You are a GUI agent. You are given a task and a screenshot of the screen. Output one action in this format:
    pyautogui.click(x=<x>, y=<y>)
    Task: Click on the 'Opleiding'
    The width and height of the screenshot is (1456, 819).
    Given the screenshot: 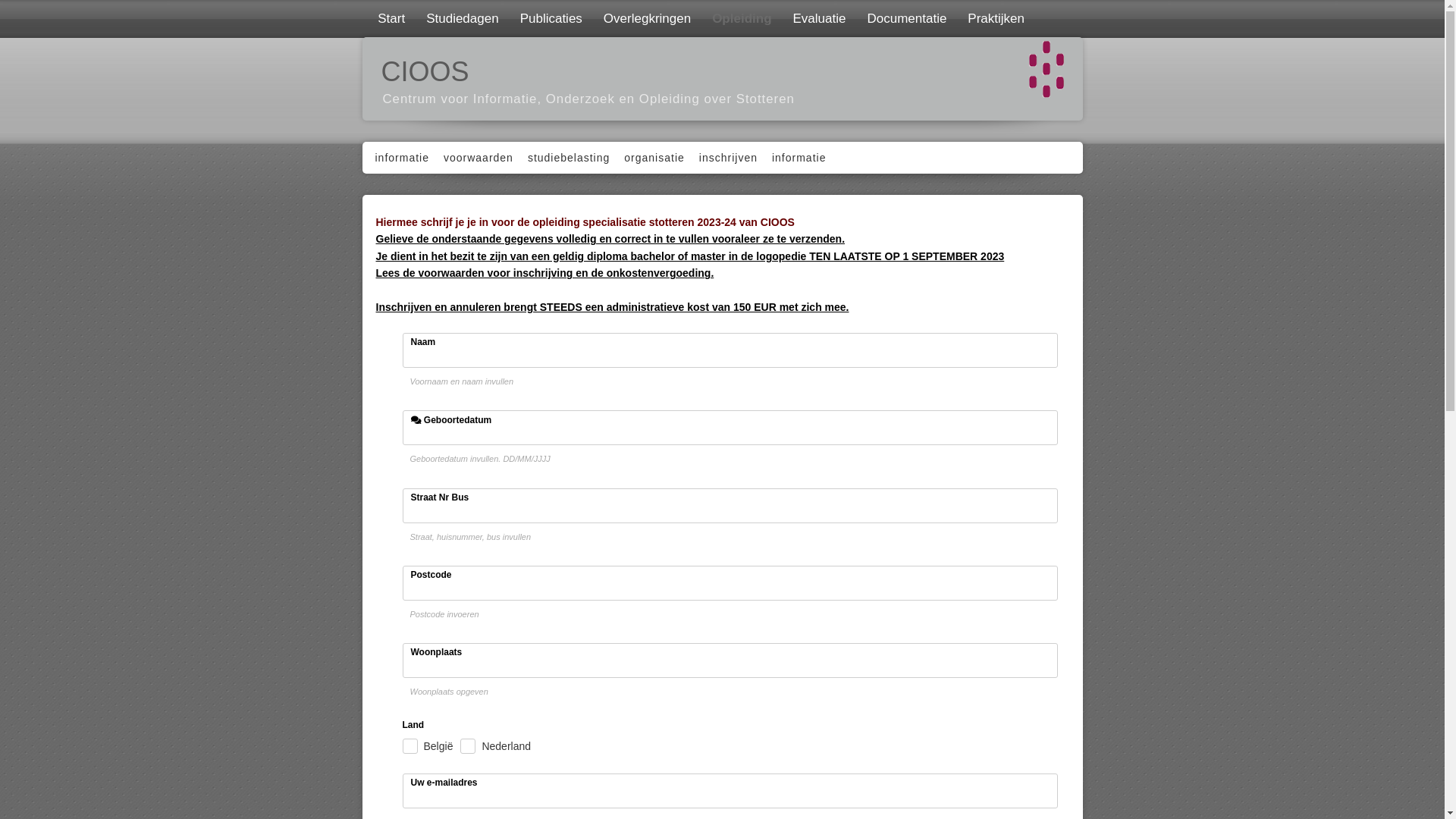 What is the action you would take?
    pyautogui.click(x=739, y=18)
    